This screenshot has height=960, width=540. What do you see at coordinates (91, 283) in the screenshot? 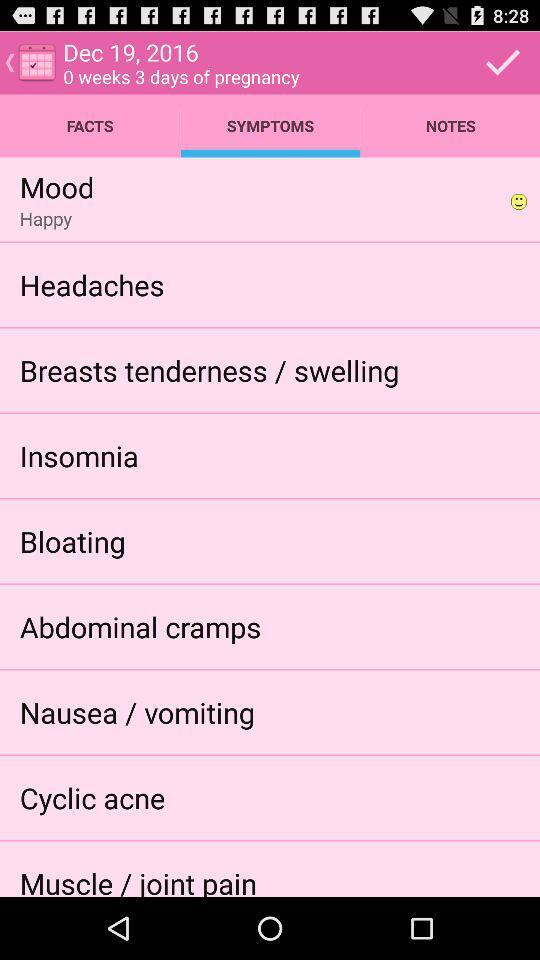
I see `the headaches icon` at bounding box center [91, 283].